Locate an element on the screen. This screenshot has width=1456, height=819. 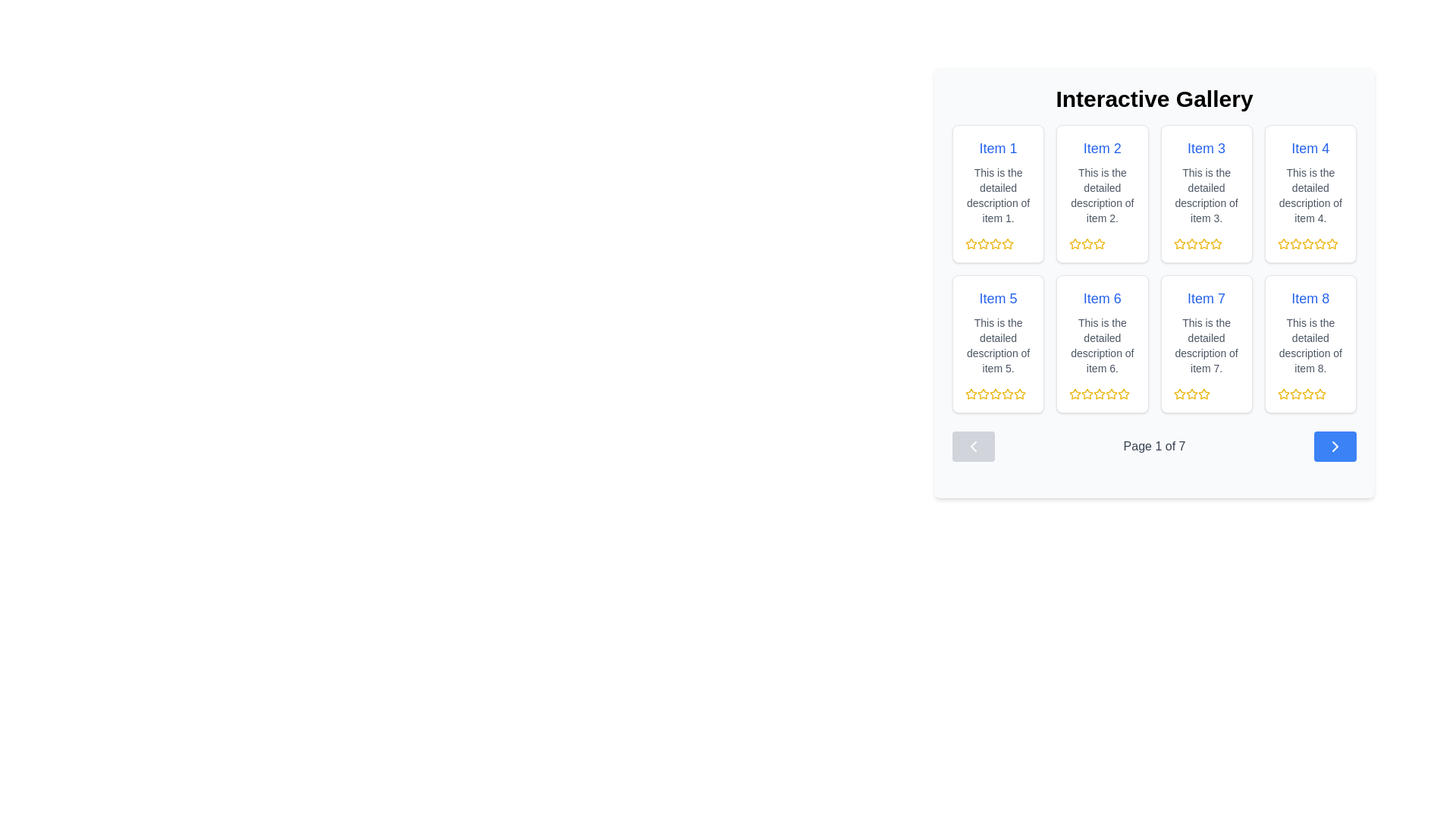
the text displaying 'Item 4' in bold blue font located on the white card with rounded corners, which is the title of the fourth card in the first row of a grid layout is located at coordinates (1310, 149).